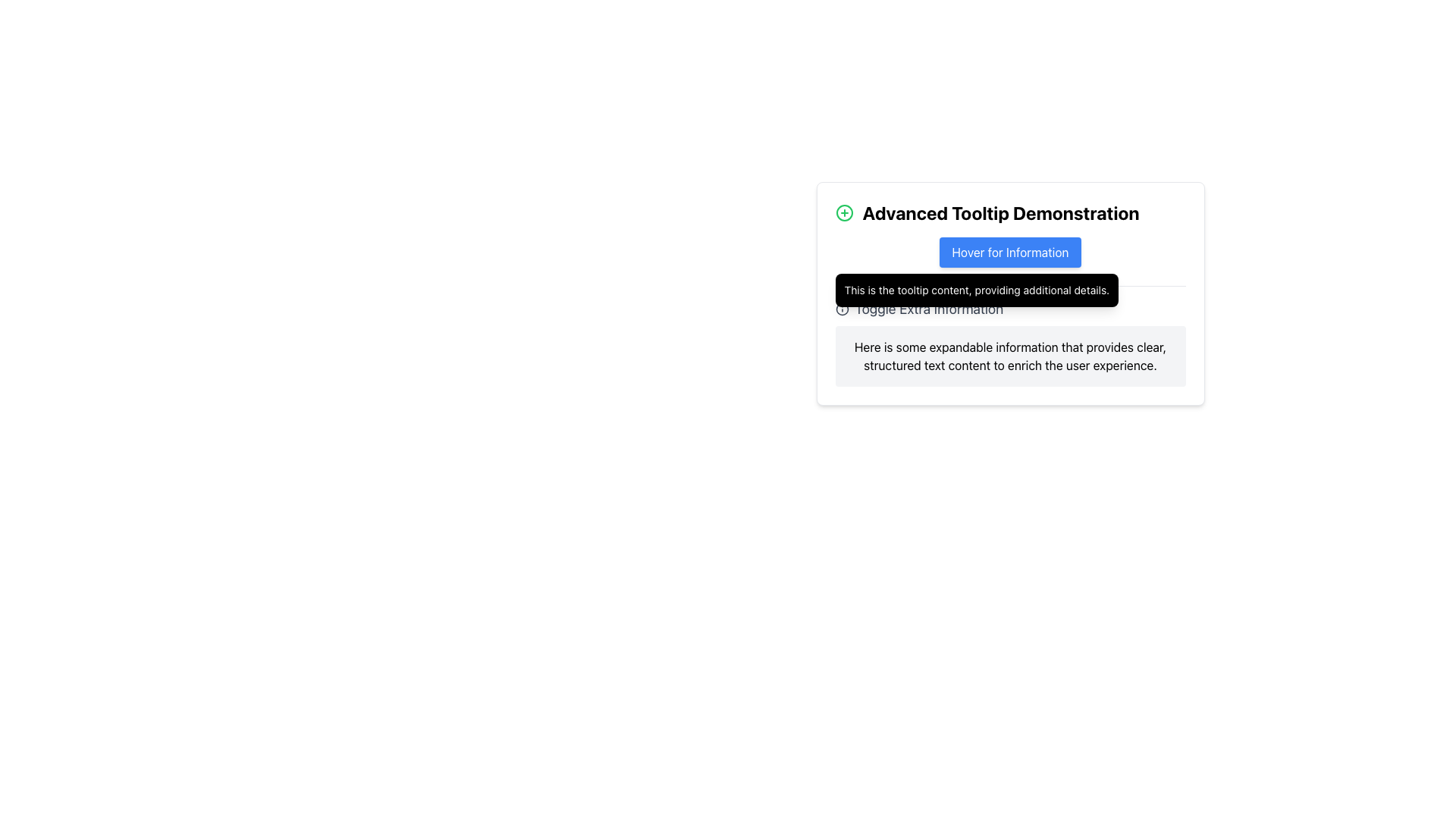  Describe the element at coordinates (841, 309) in the screenshot. I see `the icon located at the extreme left of the label 'Toggle Extra Information' to interact and access further details` at that location.